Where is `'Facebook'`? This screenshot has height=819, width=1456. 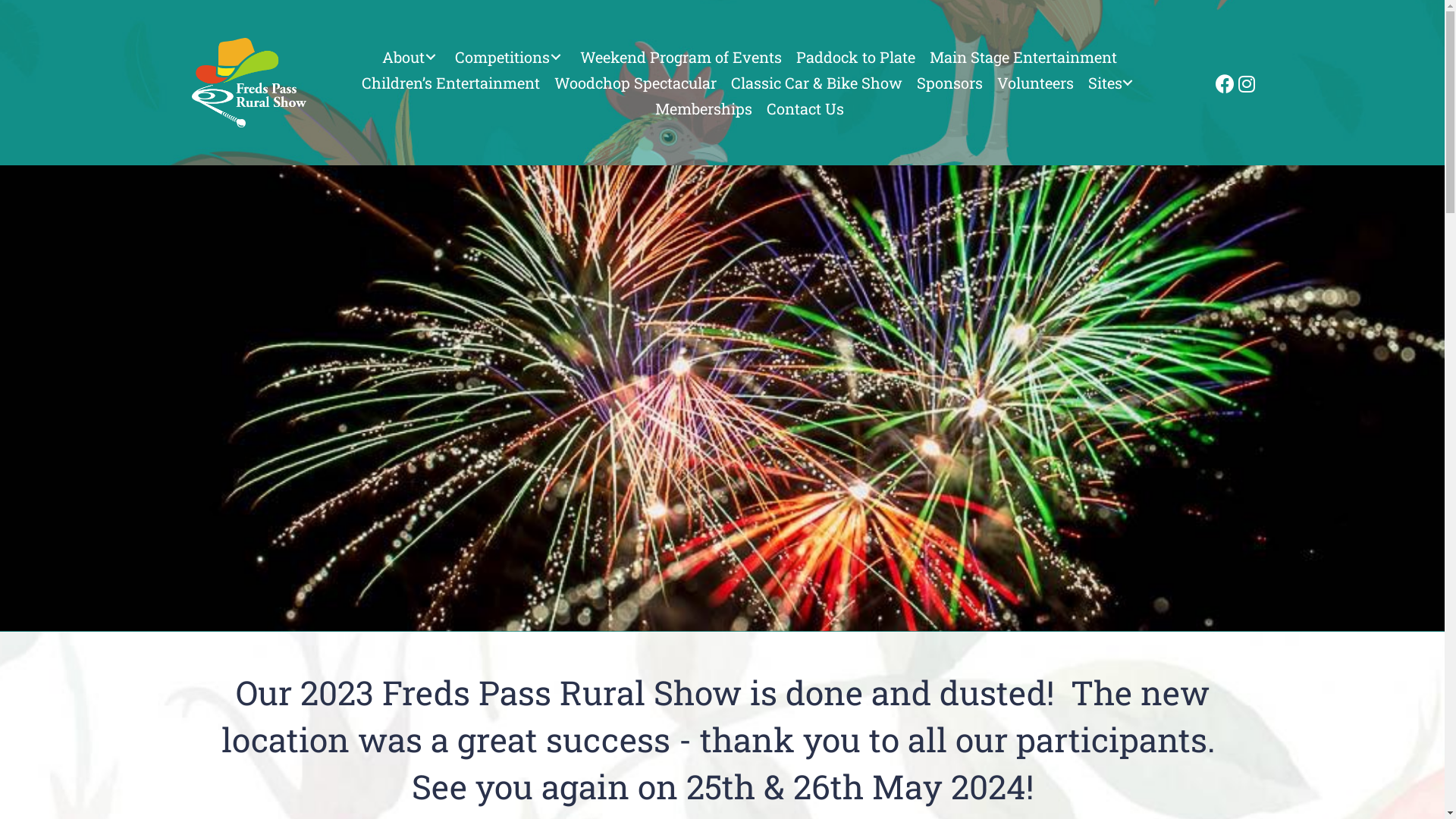 'Facebook' is located at coordinates (1222, 82).